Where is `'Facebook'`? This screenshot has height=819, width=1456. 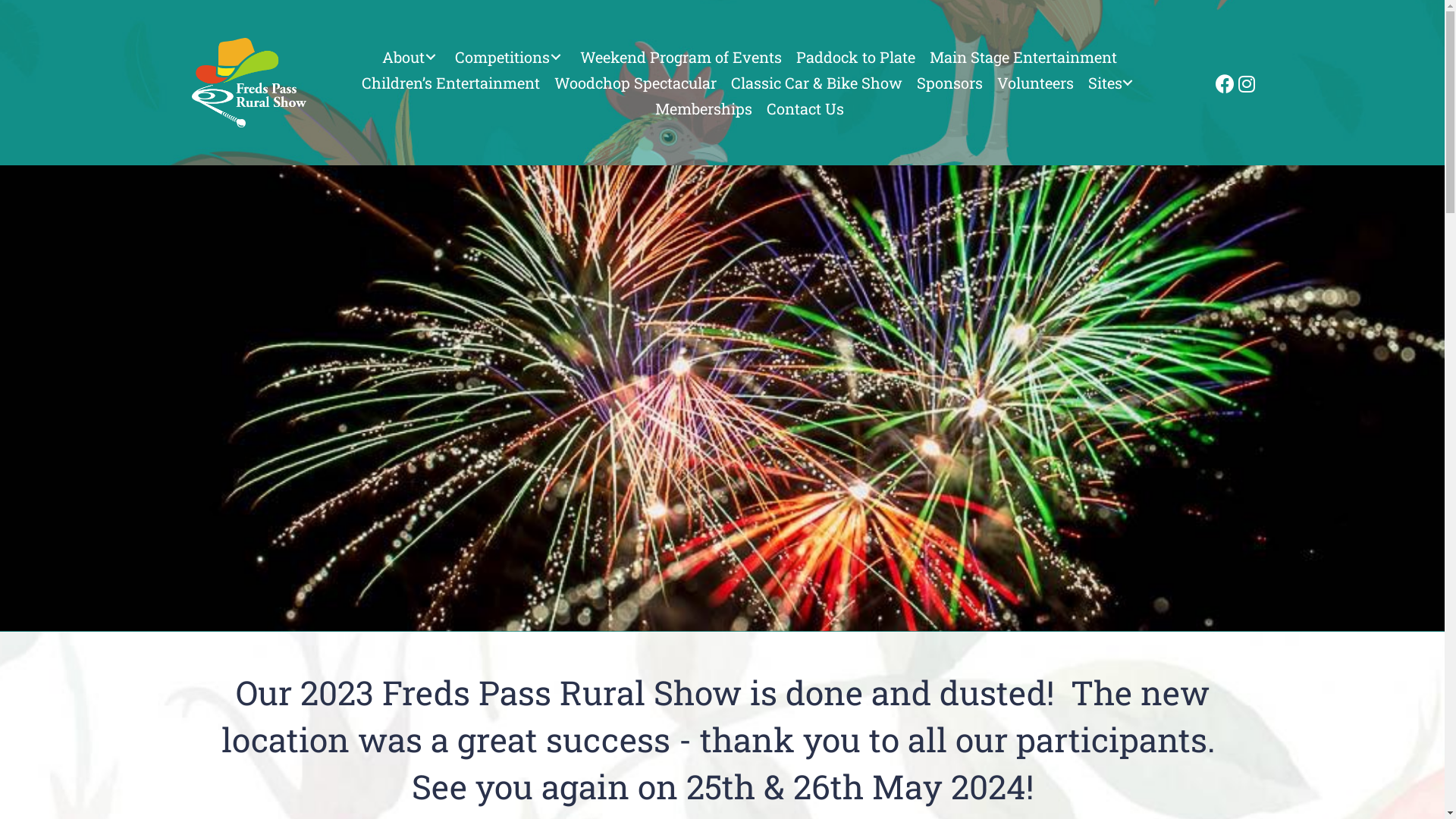 'Facebook' is located at coordinates (1222, 82).